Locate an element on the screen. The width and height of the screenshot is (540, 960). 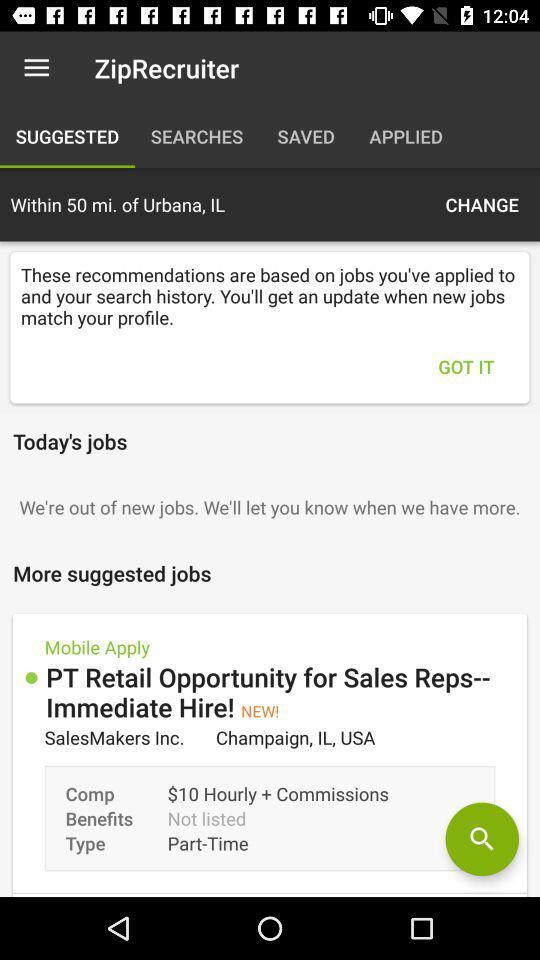
magnify is located at coordinates (481, 839).